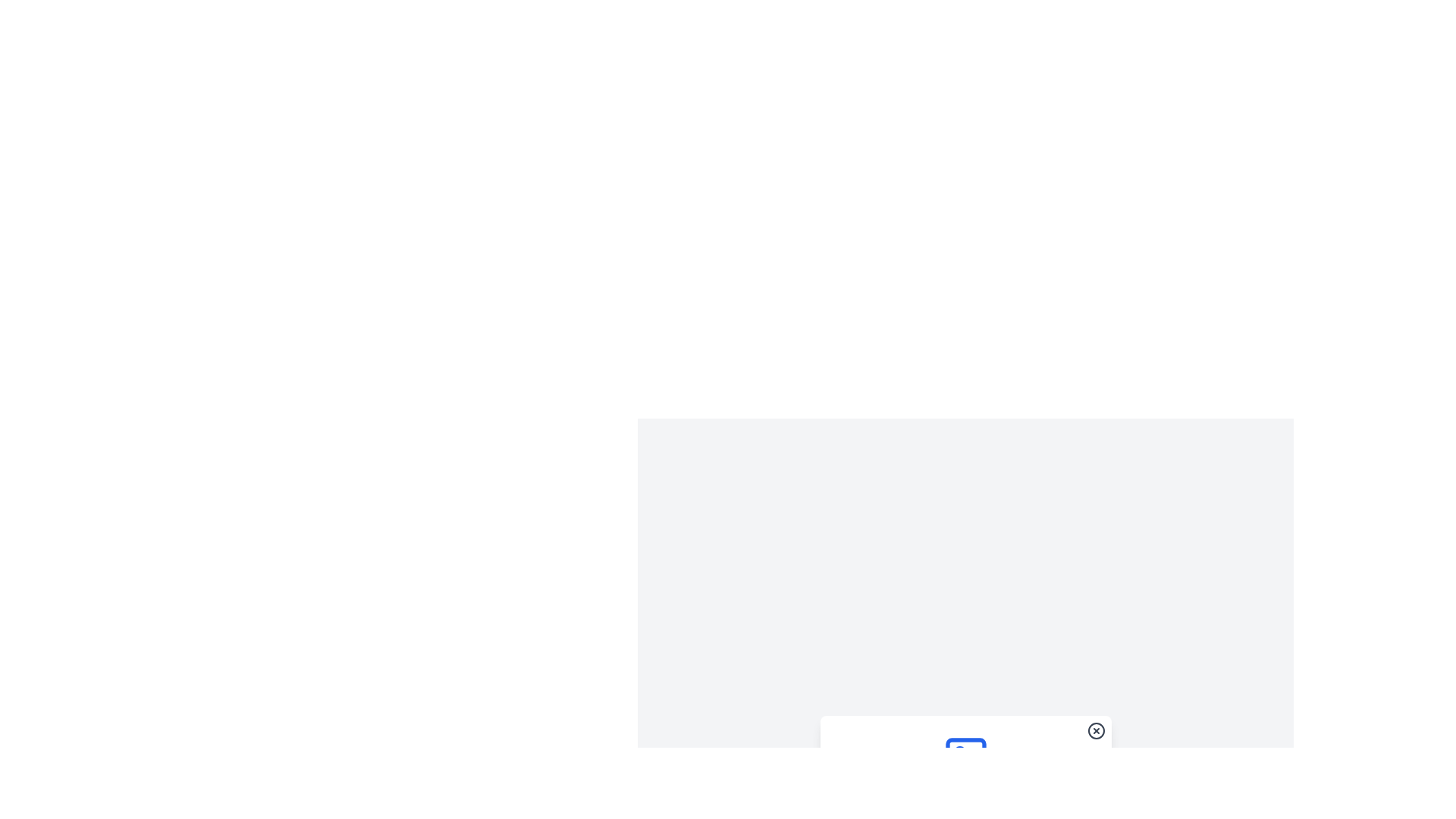 Image resolution: width=1456 pixels, height=819 pixels. I want to click on the appearance of the circular close icon with a cross inside, which has a dark border and a transparent background, located towards the bottom-right corner of the interface, so click(1096, 730).